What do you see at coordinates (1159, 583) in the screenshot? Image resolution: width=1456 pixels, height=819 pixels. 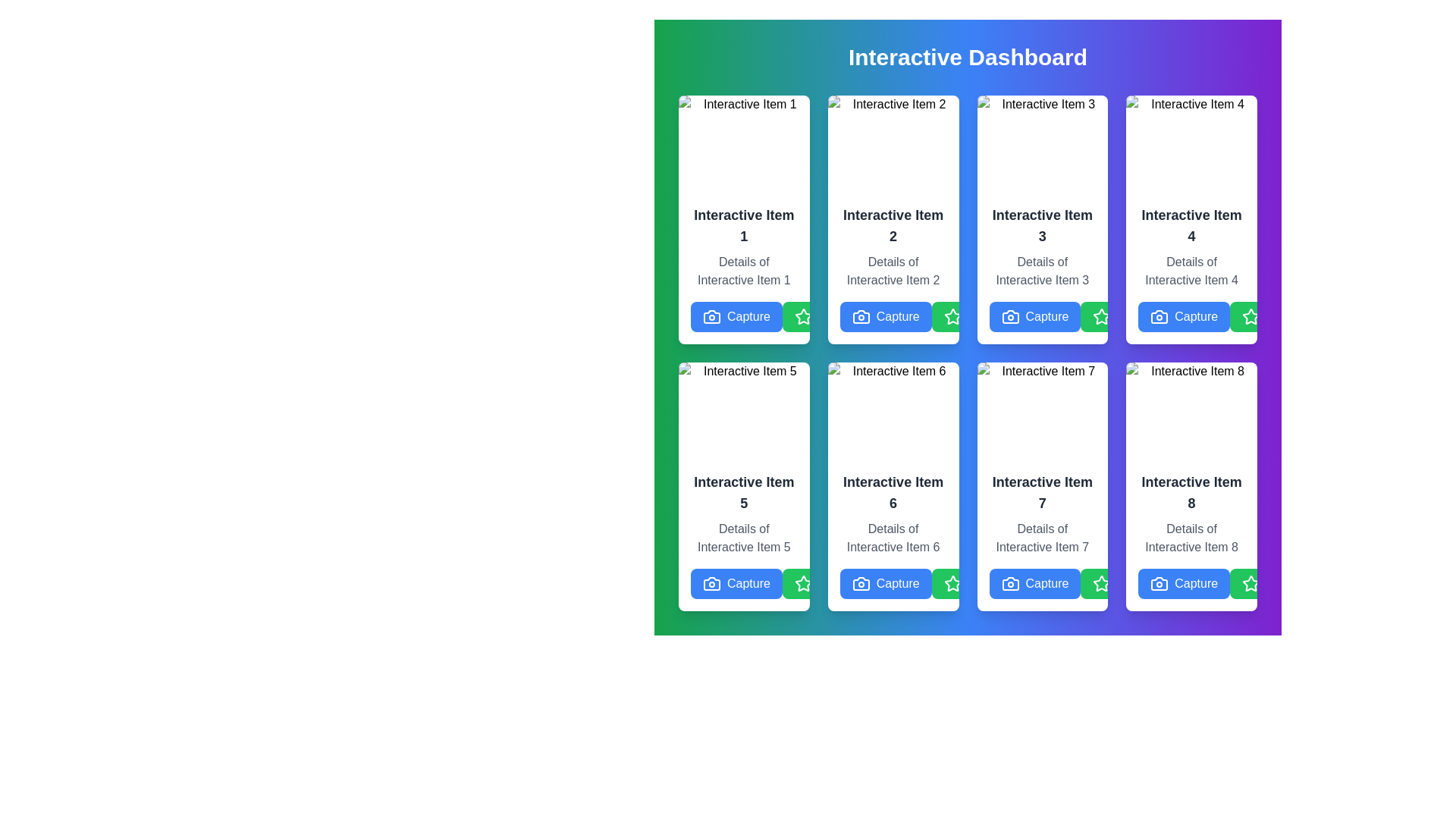 I see `the camera icon styled with a circular lens, located left of the word 'Capture' within a blue rounded button at the bottom of the Interactive Item 8 panel` at bounding box center [1159, 583].